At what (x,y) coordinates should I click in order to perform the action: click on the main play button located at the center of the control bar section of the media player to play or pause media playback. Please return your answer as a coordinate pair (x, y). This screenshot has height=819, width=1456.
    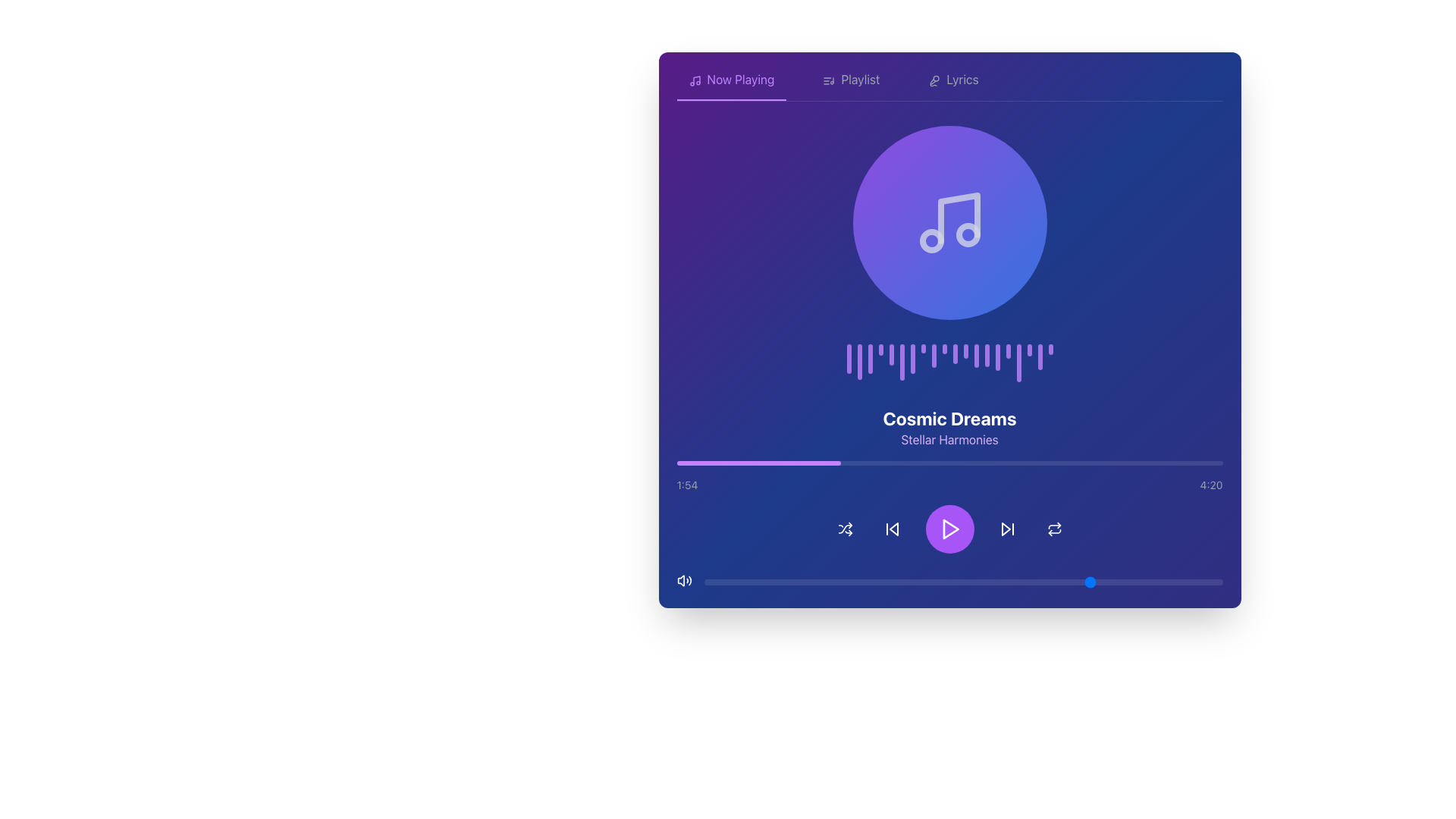
    Looking at the image, I should click on (949, 529).